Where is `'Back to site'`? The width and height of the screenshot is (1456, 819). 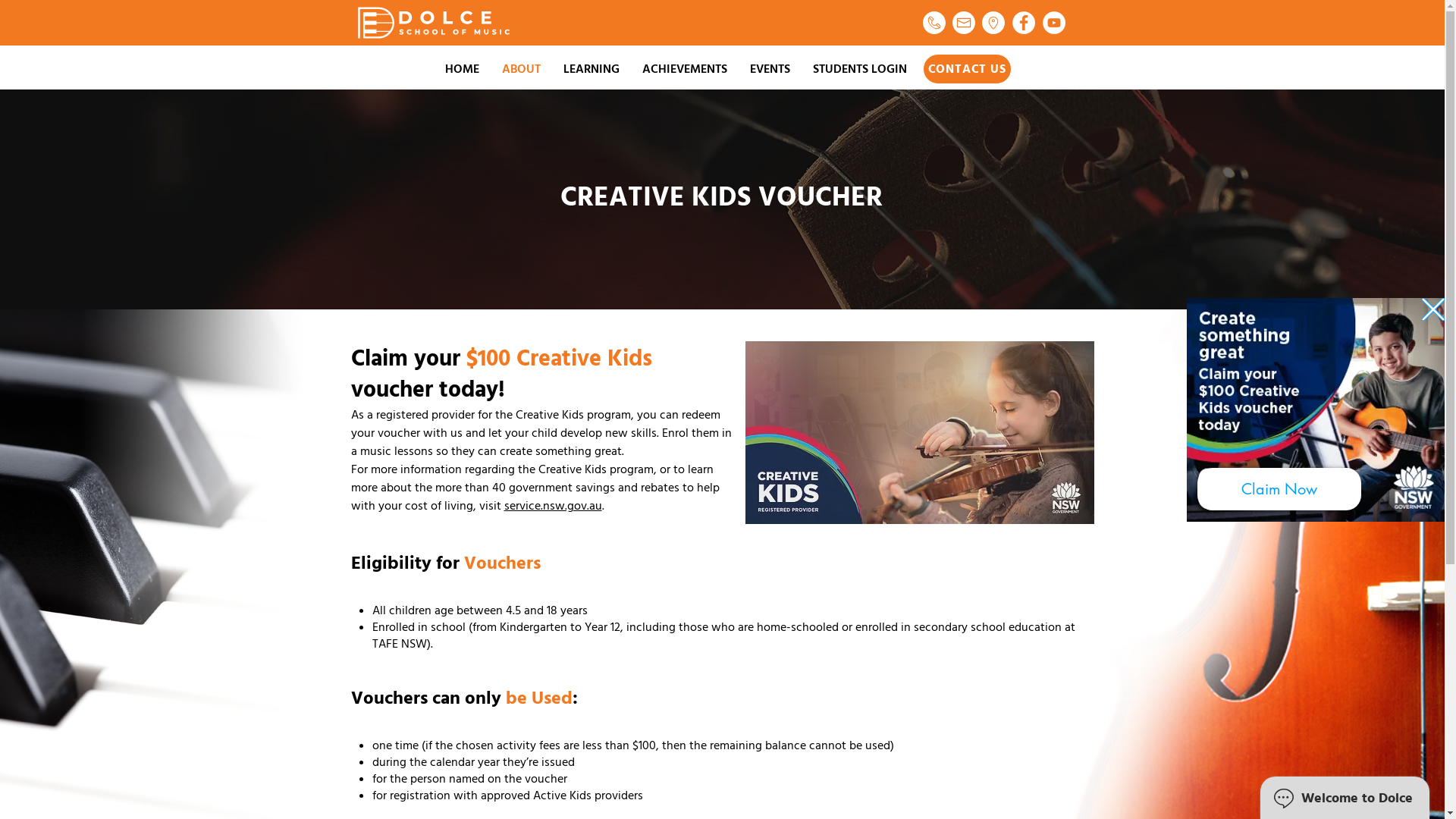 'Back to site' is located at coordinates (1421, 308).